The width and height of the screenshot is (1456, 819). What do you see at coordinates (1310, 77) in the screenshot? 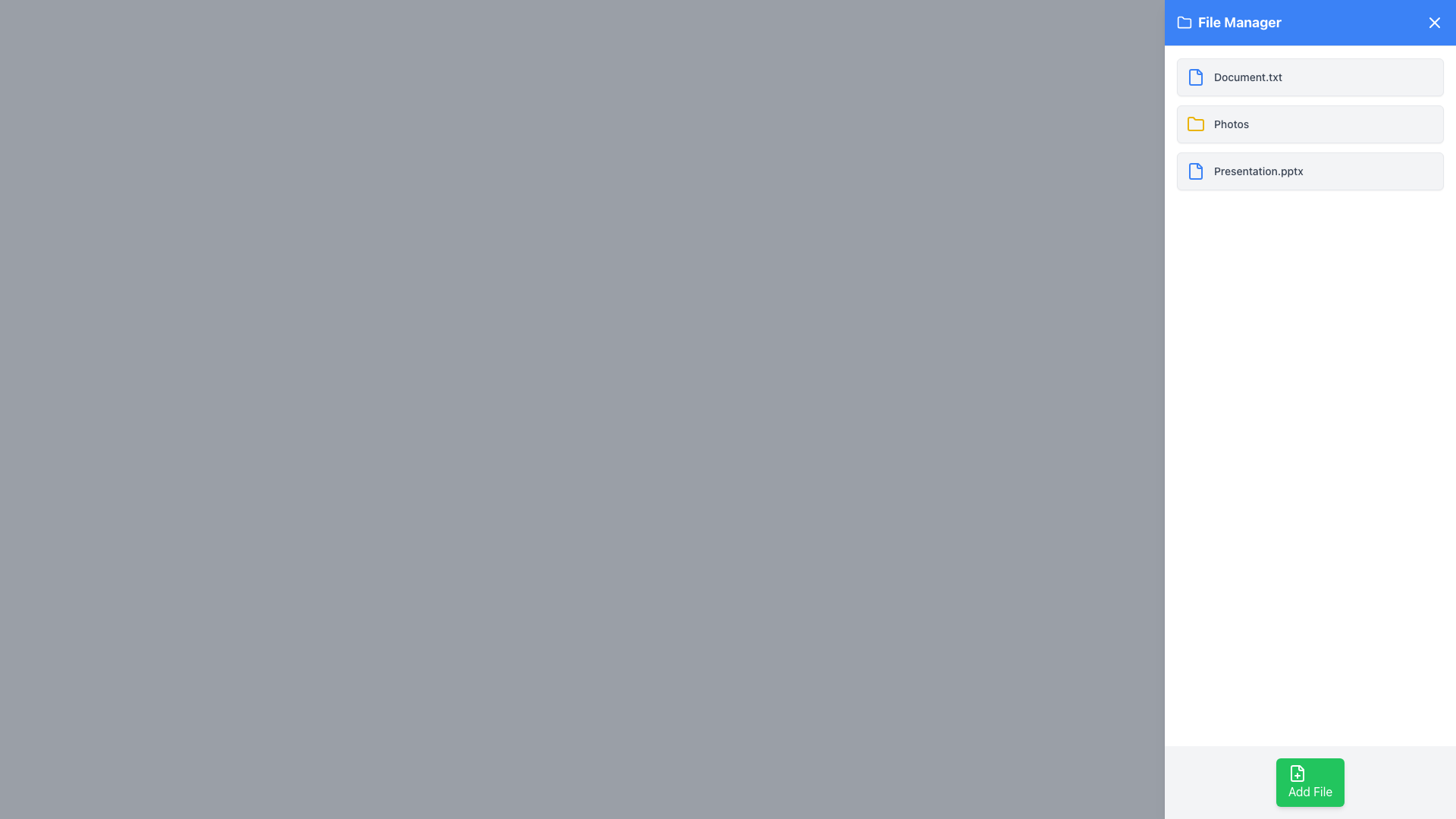
I see `the first file item named 'Document.txt'` at bounding box center [1310, 77].